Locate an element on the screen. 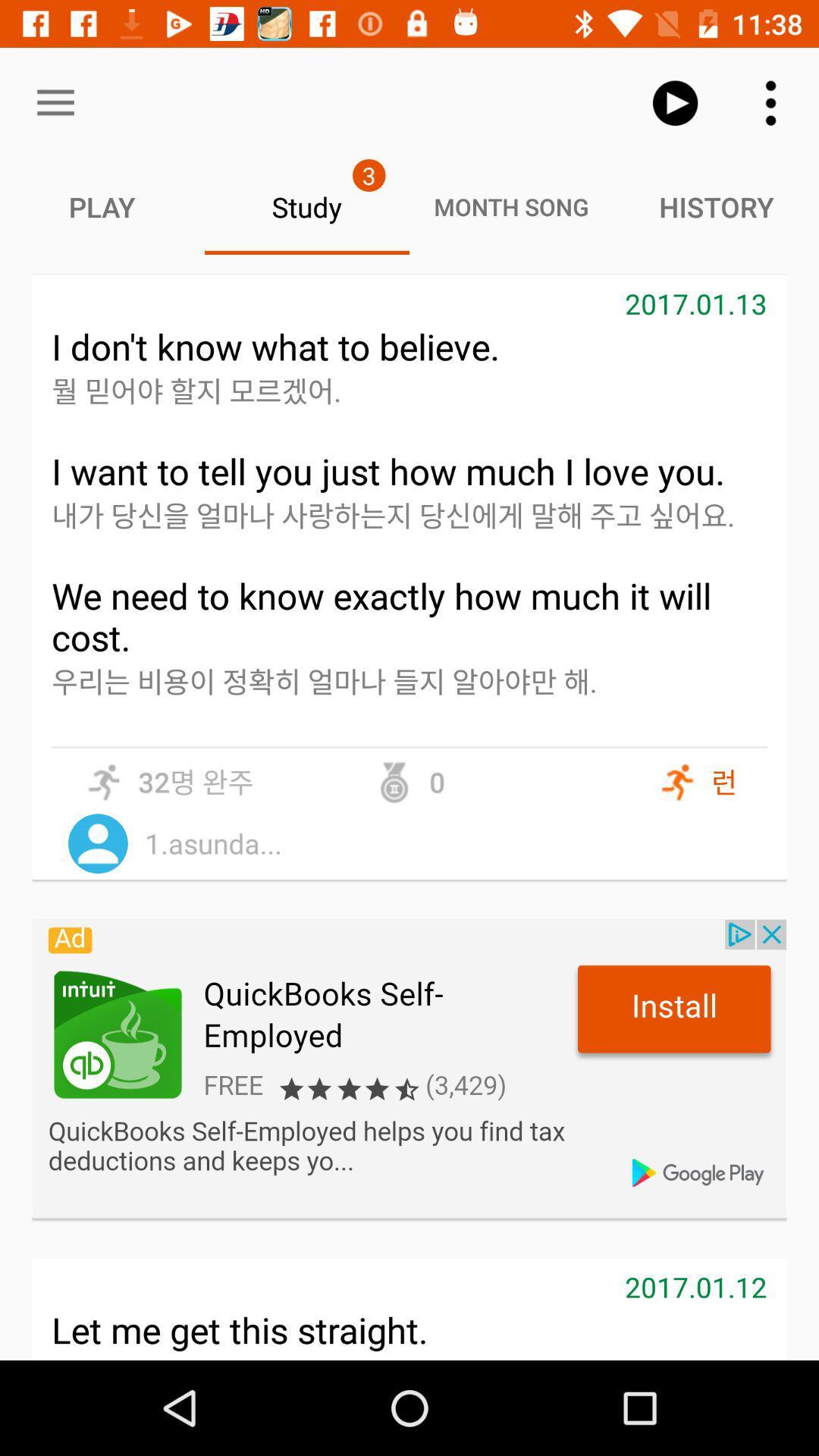  advertisement is located at coordinates (409, 1068).